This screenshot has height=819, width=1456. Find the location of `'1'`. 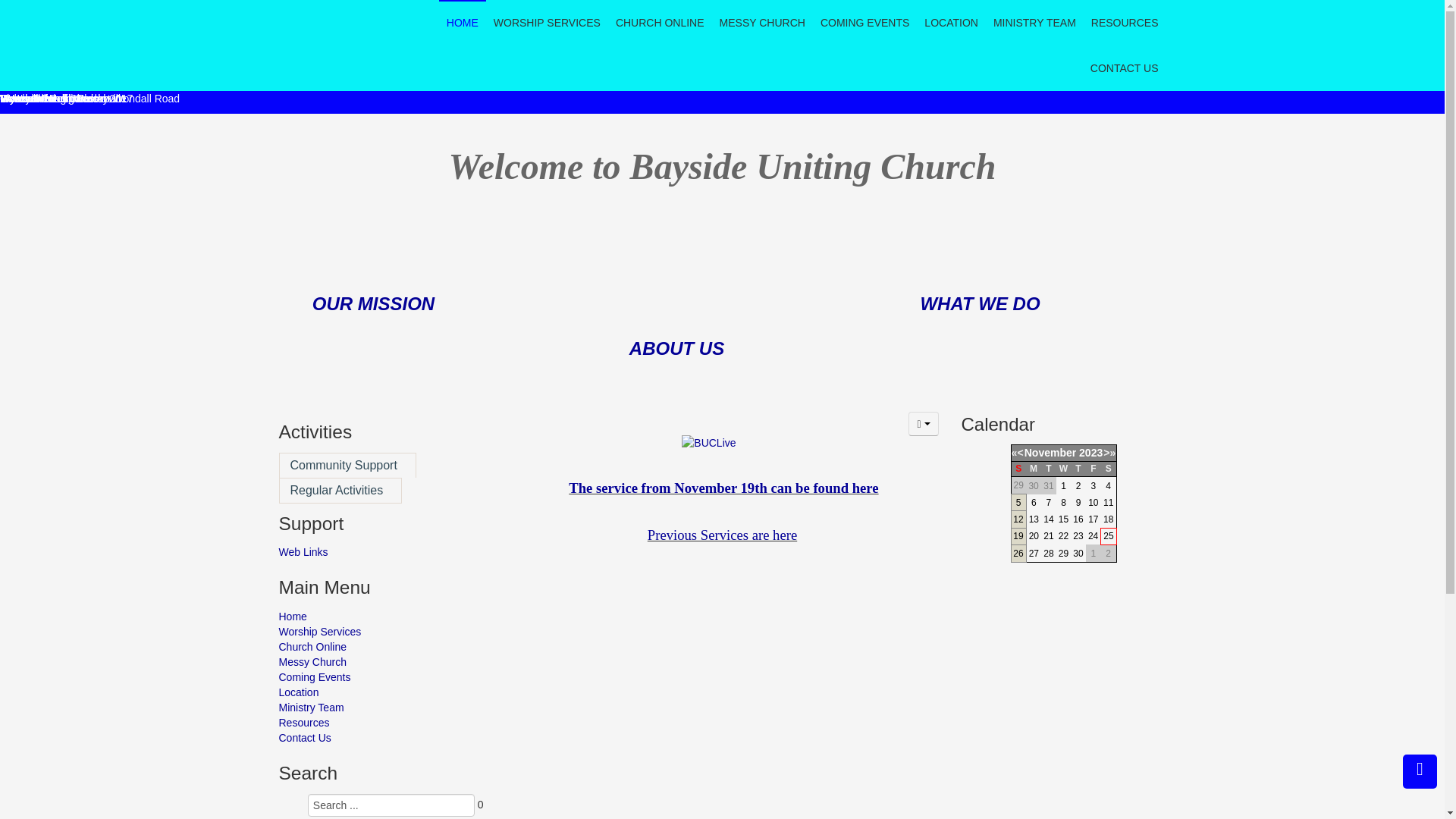

'1' is located at coordinates (1062, 485).